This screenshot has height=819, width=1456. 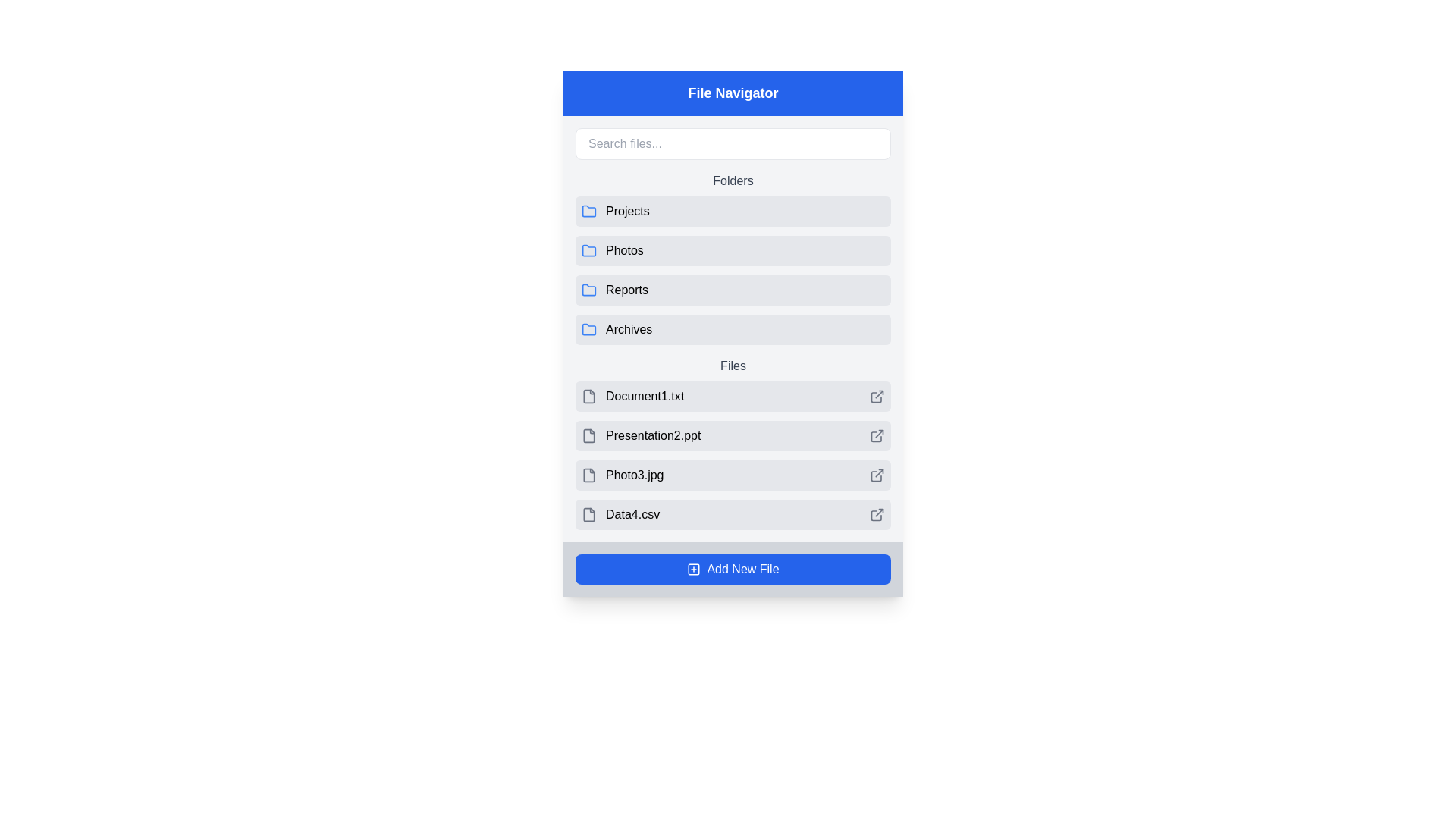 I want to click on the document icon in the 'Files' section, so click(x=588, y=396).